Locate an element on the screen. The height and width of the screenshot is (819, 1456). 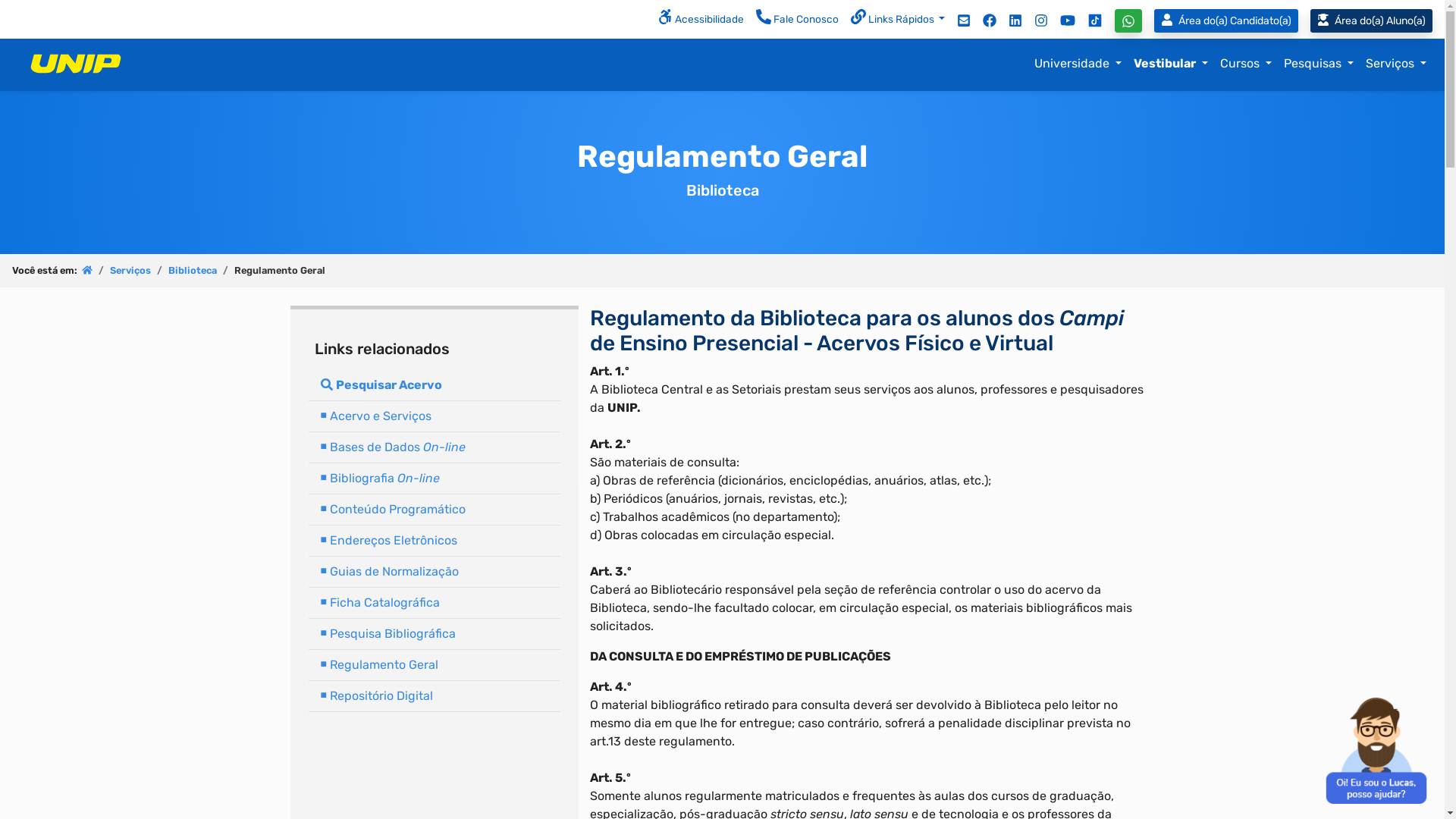
'Siga a UNIP no Linkedin' is located at coordinates (1002, 20).